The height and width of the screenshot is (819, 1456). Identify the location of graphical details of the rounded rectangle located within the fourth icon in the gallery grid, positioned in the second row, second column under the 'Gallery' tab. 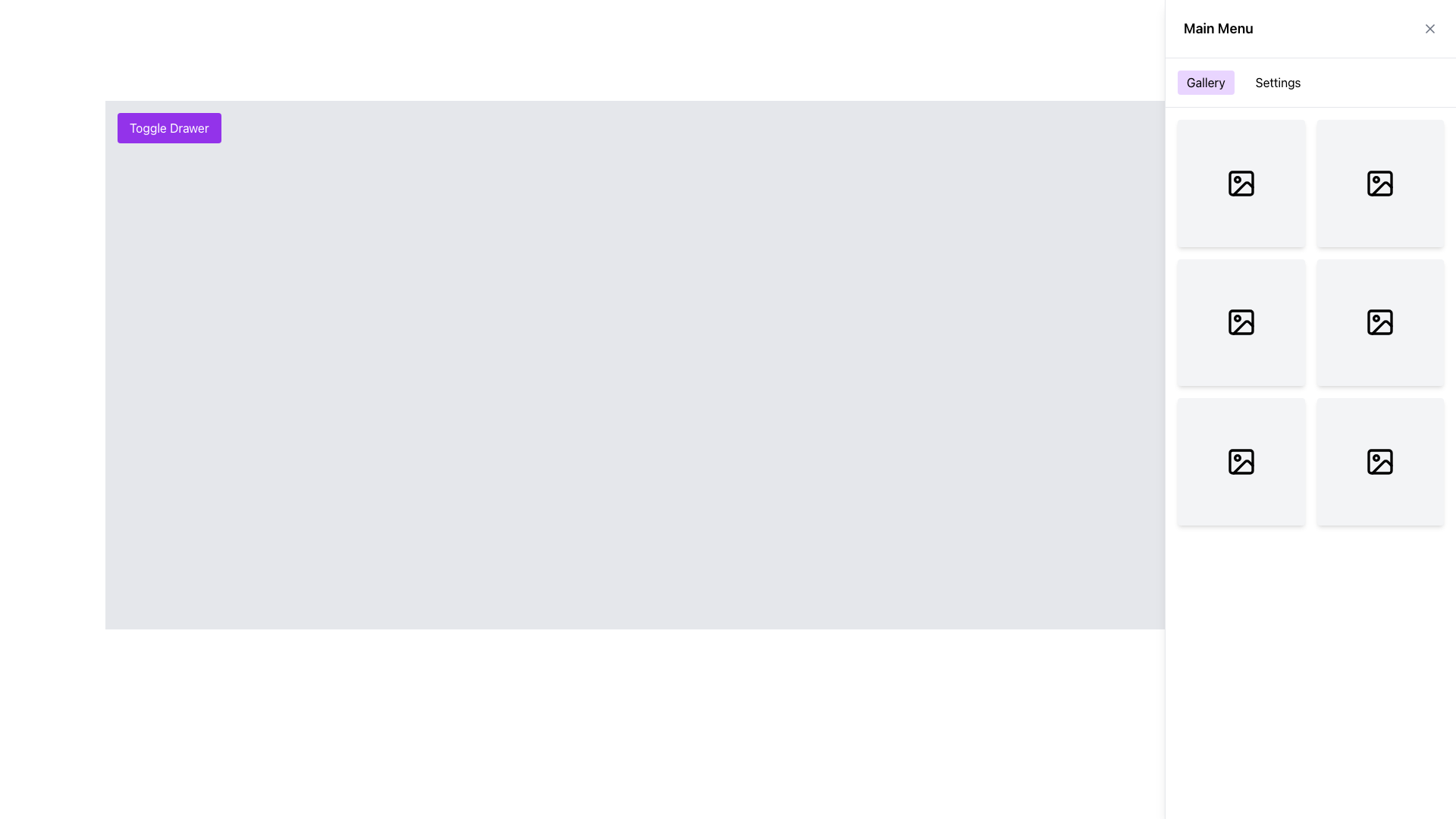
(1380, 322).